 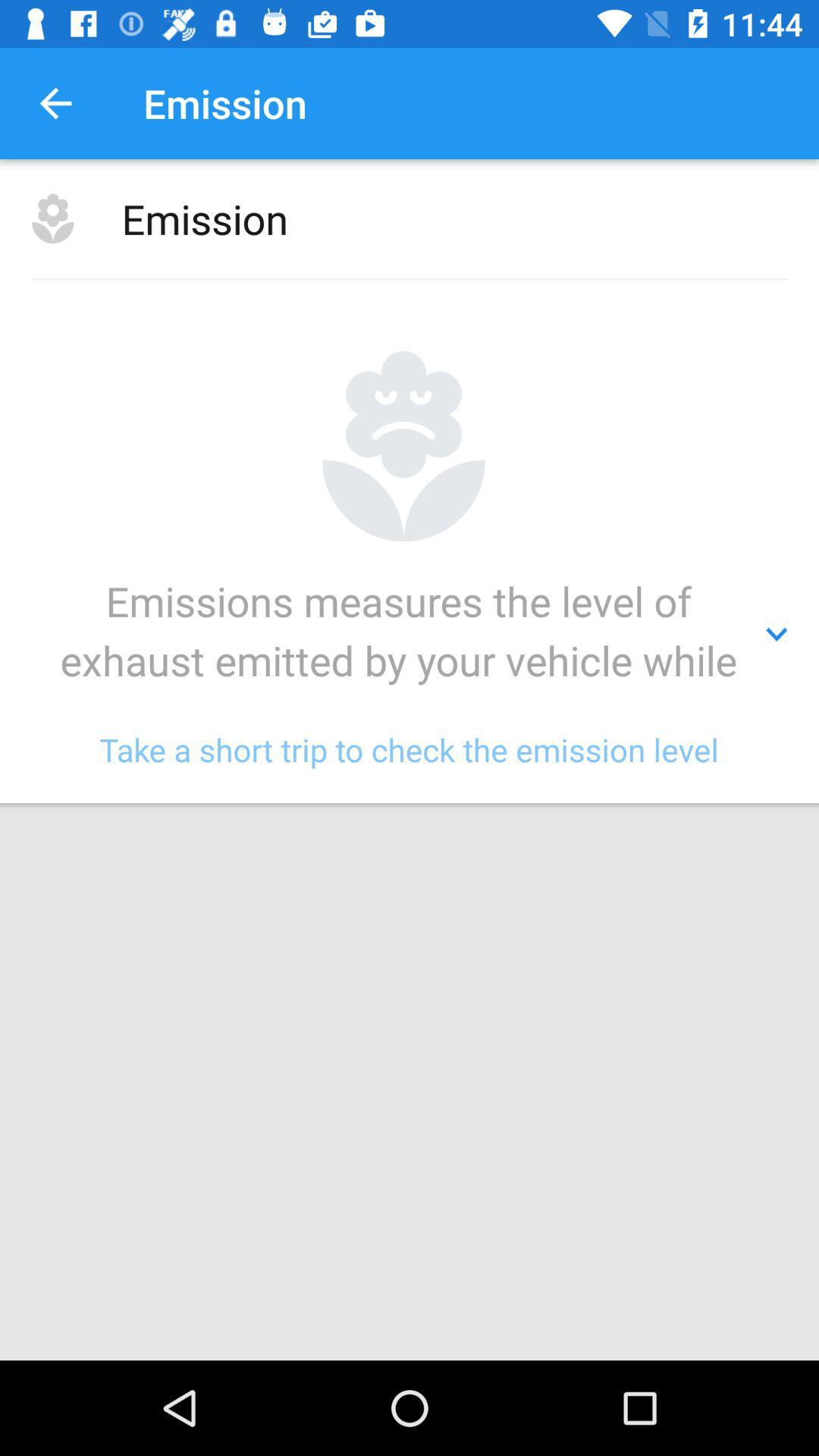 What do you see at coordinates (55, 102) in the screenshot?
I see `item above the emission` at bounding box center [55, 102].